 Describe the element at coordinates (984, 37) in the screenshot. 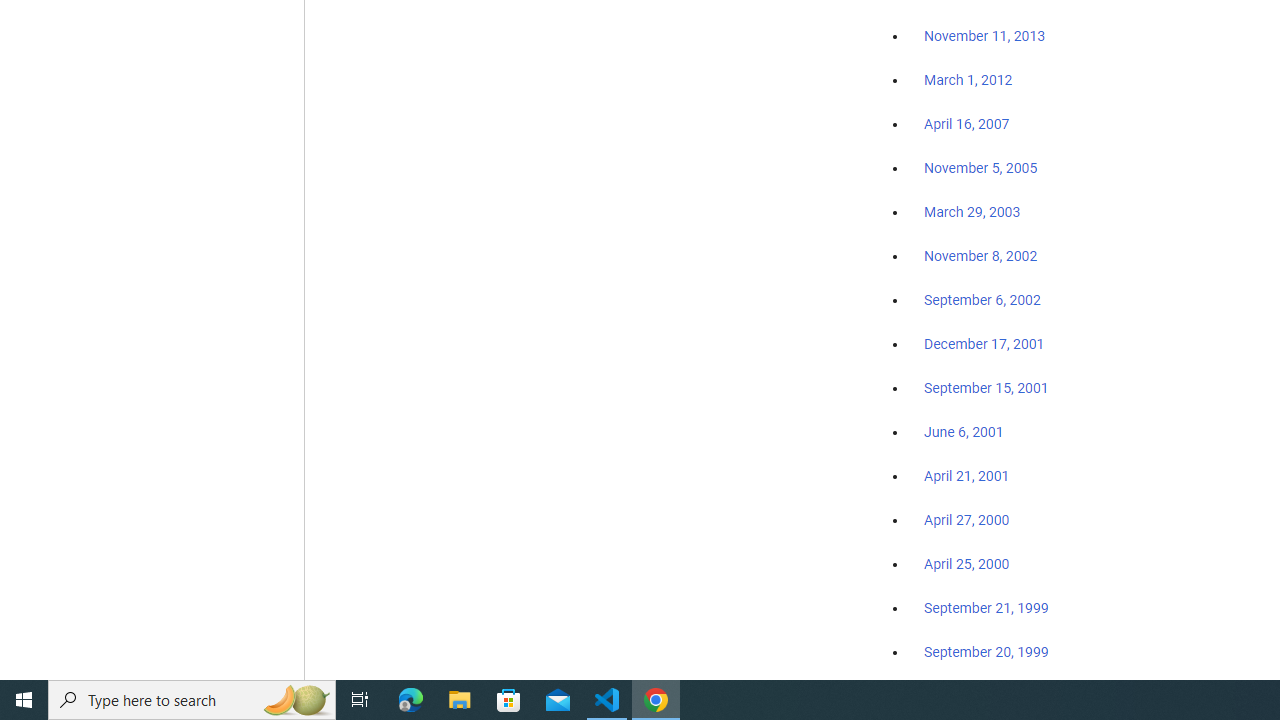

I see `'November 11, 2013'` at that location.